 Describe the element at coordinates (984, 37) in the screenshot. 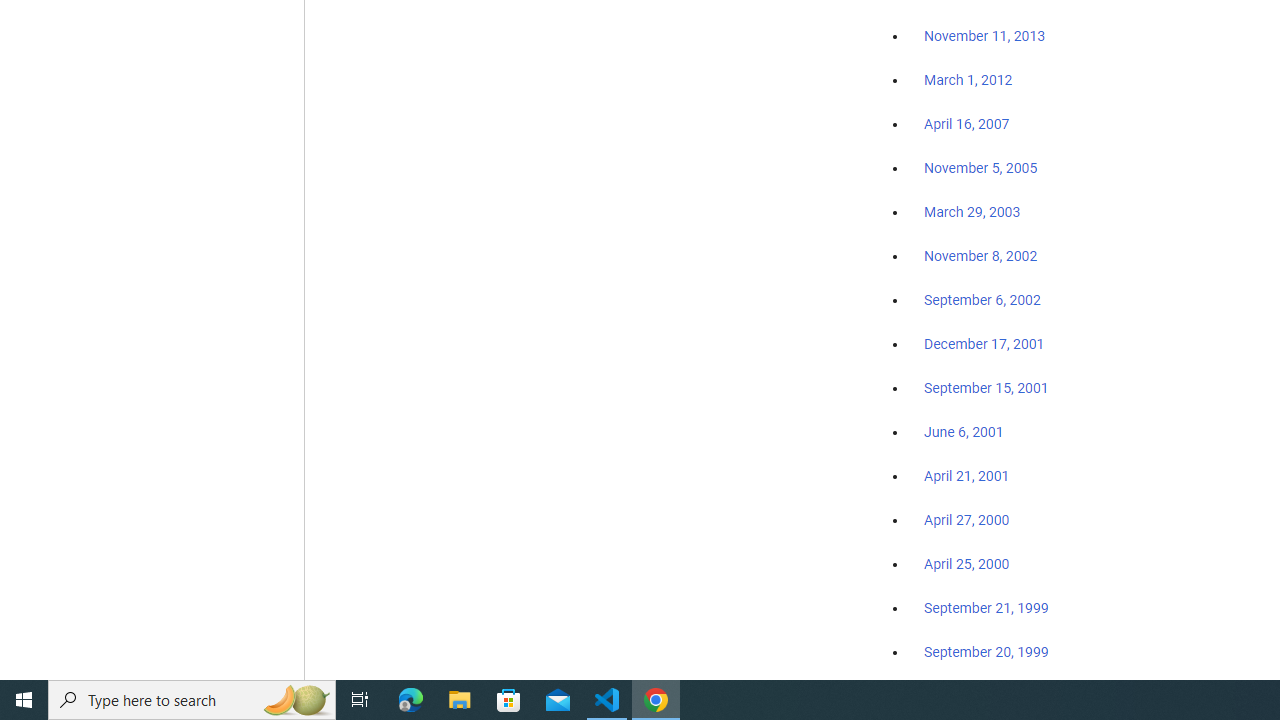

I see `'November 11, 2013'` at that location.